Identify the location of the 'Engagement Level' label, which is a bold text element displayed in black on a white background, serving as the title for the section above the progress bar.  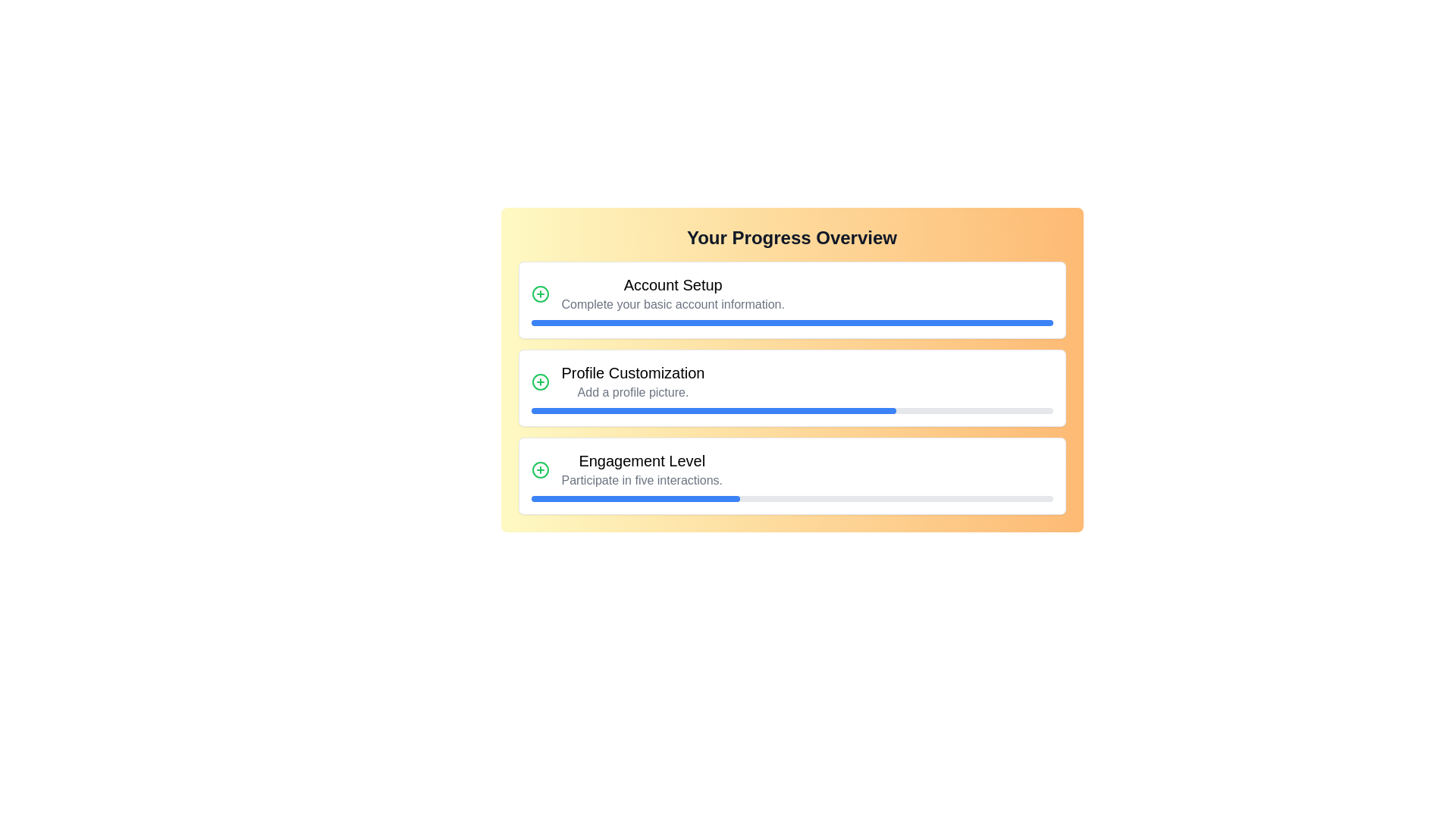
(642, 460).